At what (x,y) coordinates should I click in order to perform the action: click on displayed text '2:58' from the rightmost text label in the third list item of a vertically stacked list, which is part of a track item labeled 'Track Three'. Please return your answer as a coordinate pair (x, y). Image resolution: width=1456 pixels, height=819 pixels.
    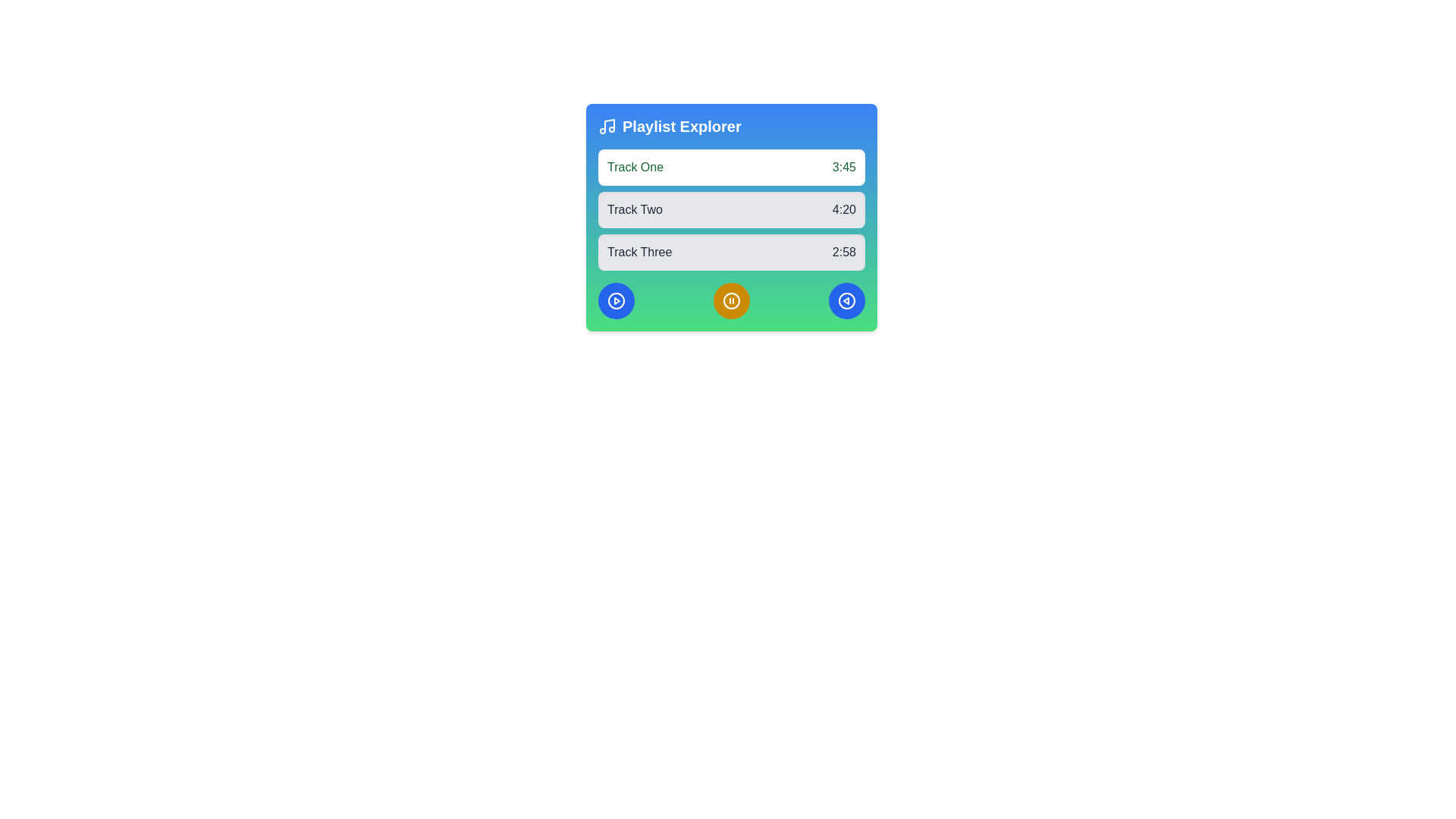
    Looking at the image, I should click on (843, 251).